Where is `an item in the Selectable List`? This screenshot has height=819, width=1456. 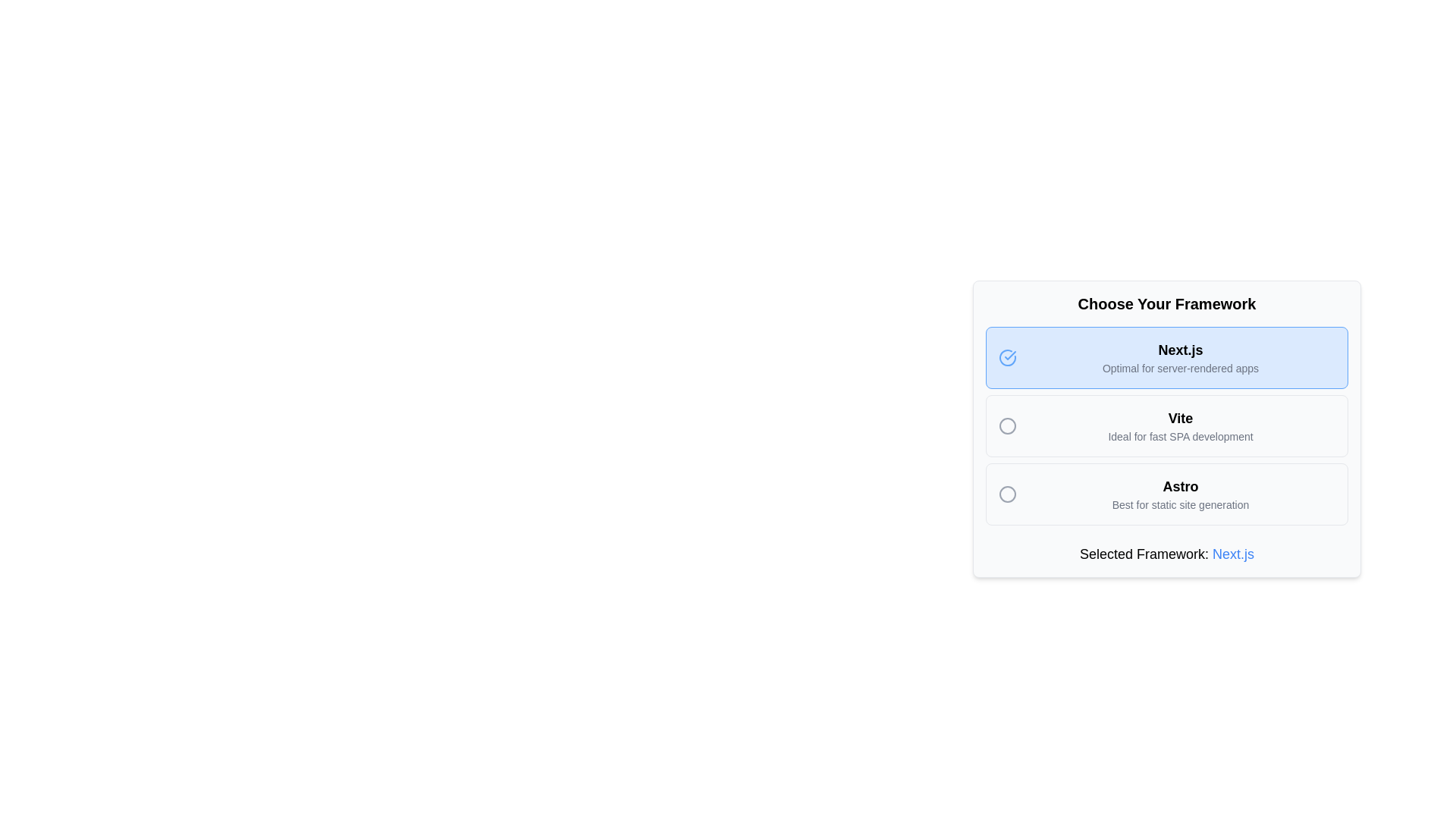 an item in the Selectable List is located at coordinates (1166, 426).